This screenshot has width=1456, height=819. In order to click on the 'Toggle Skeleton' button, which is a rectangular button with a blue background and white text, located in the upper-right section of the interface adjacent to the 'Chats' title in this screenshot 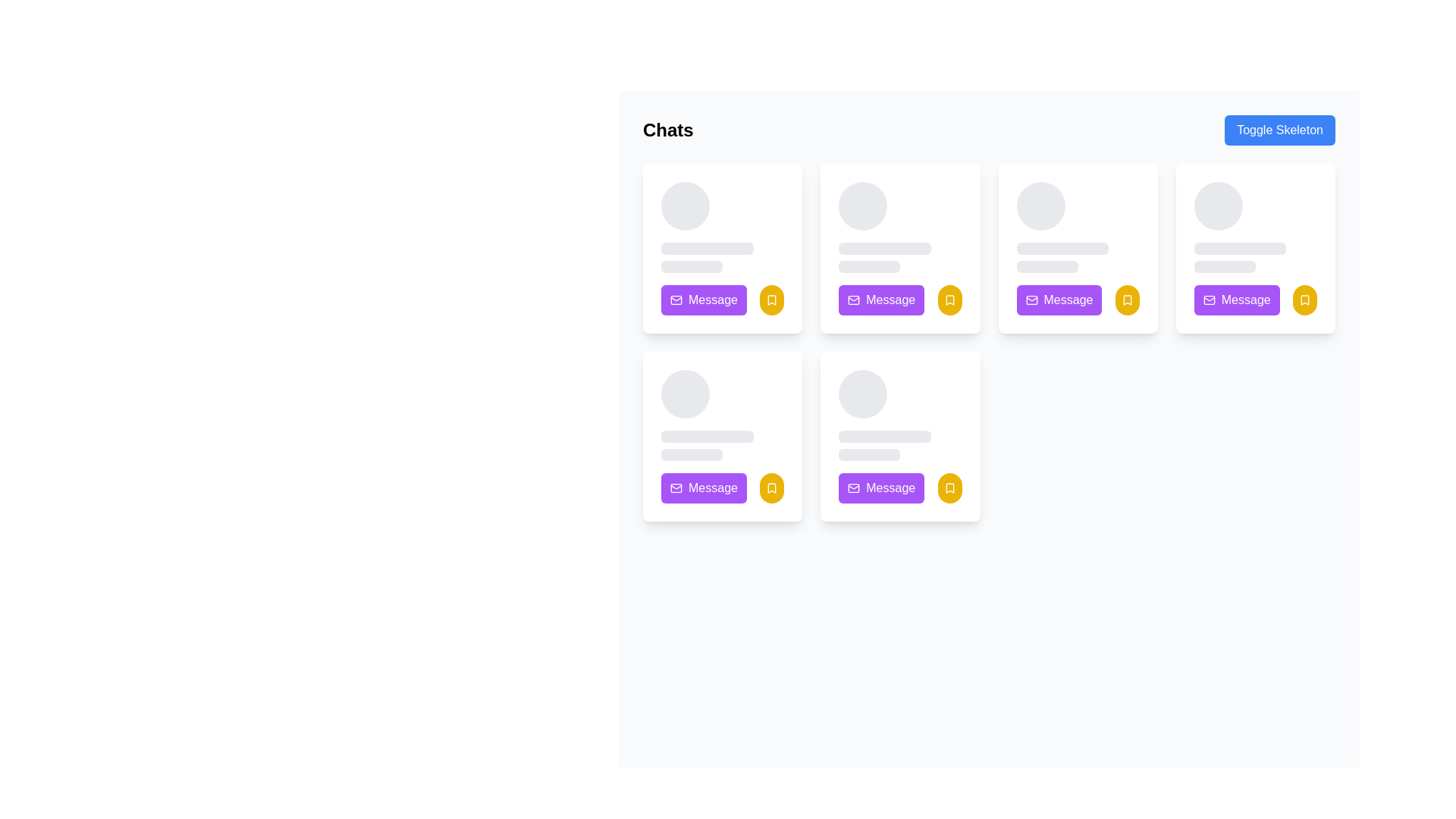, I will do `click(1279, 130)`.